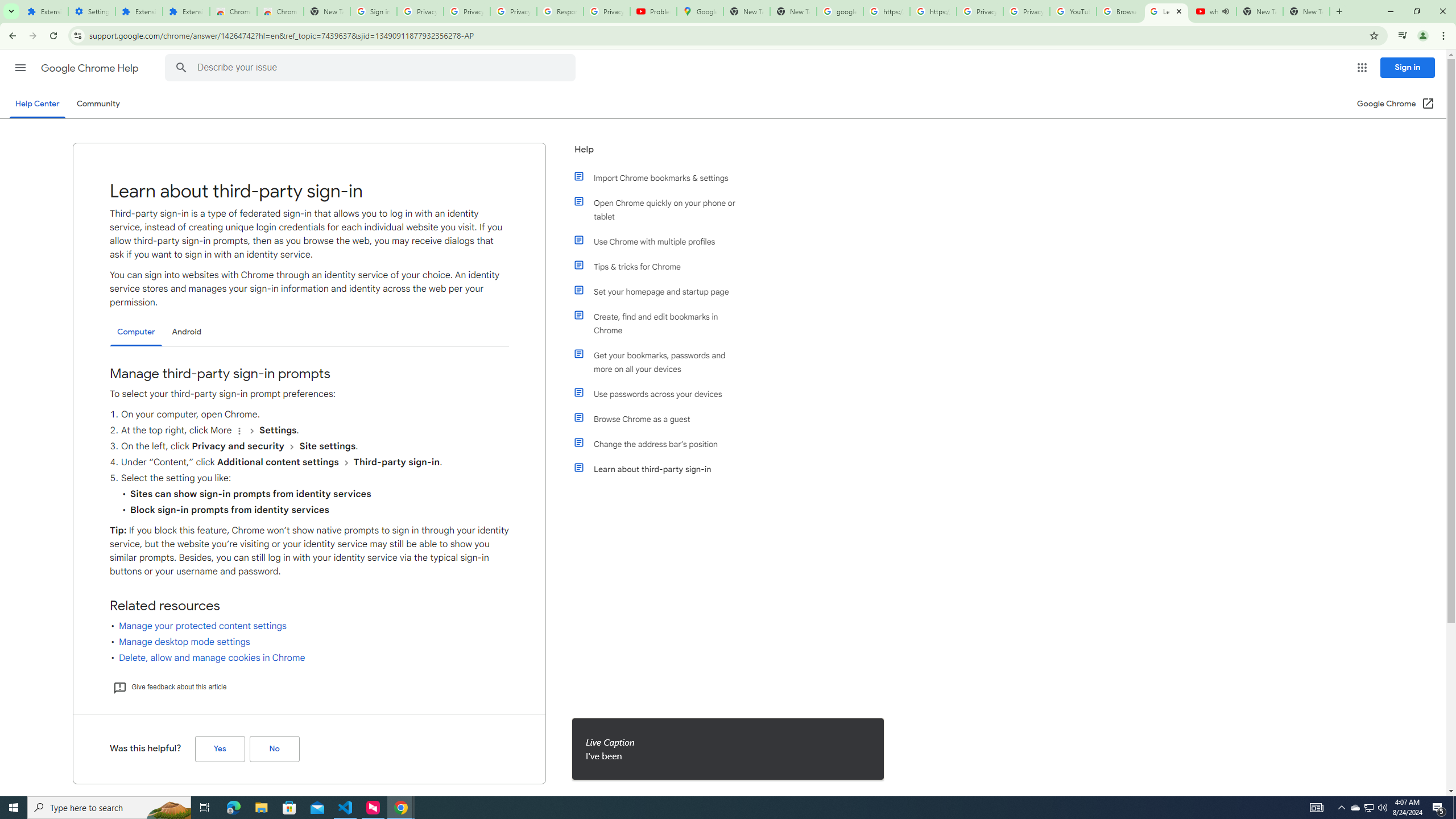 Image resolution: width=1456 pixels, height=819 pixels. What do you see at coordinates (233, 11) in the screenshot?
I see `'Chrome Web Store'` at bounding box center [233, 11].